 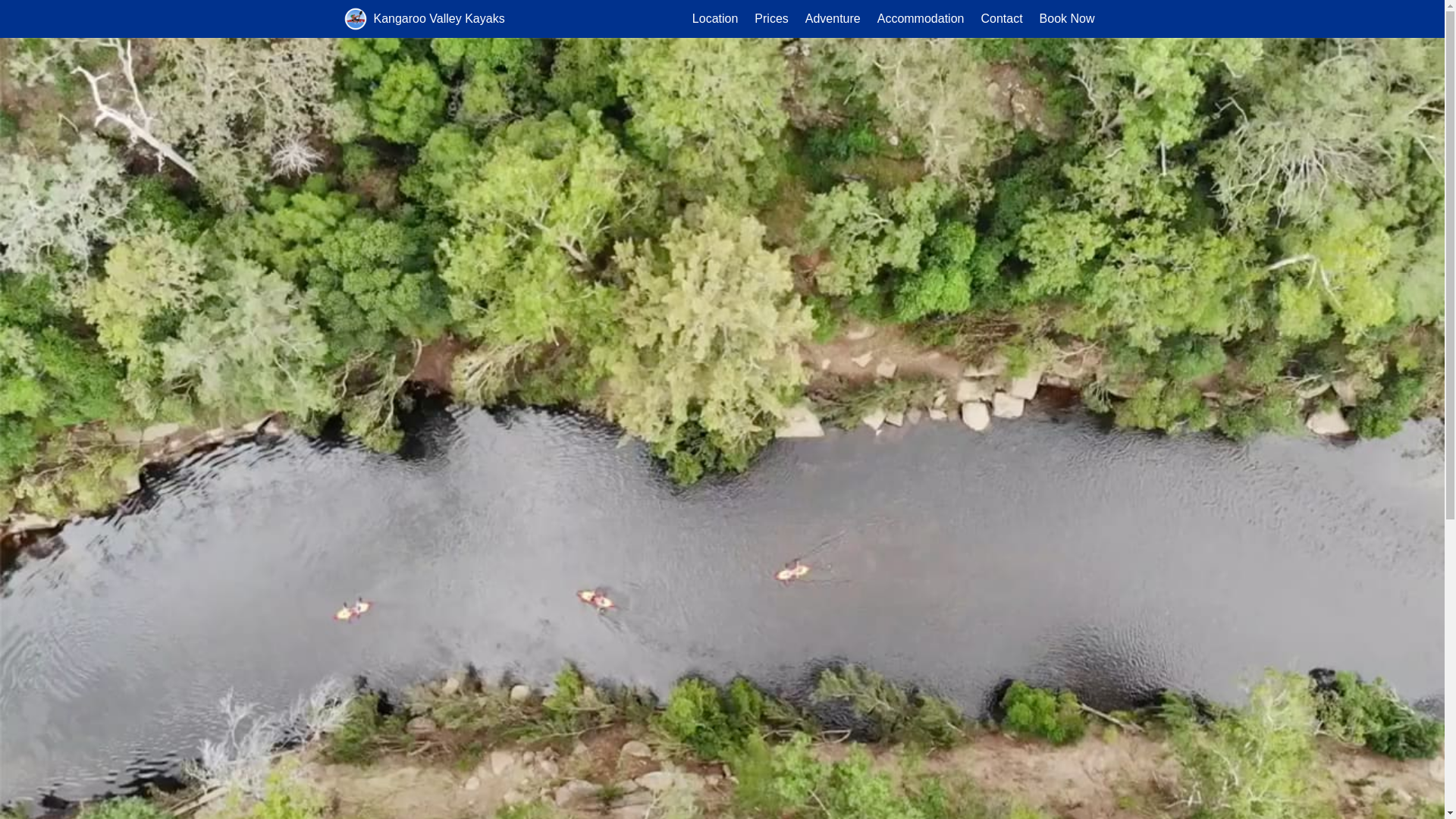 What do you see at coordinates (832, 18) in the screenshot?
I see `'Adventure'` at bounding box center [832, 18].